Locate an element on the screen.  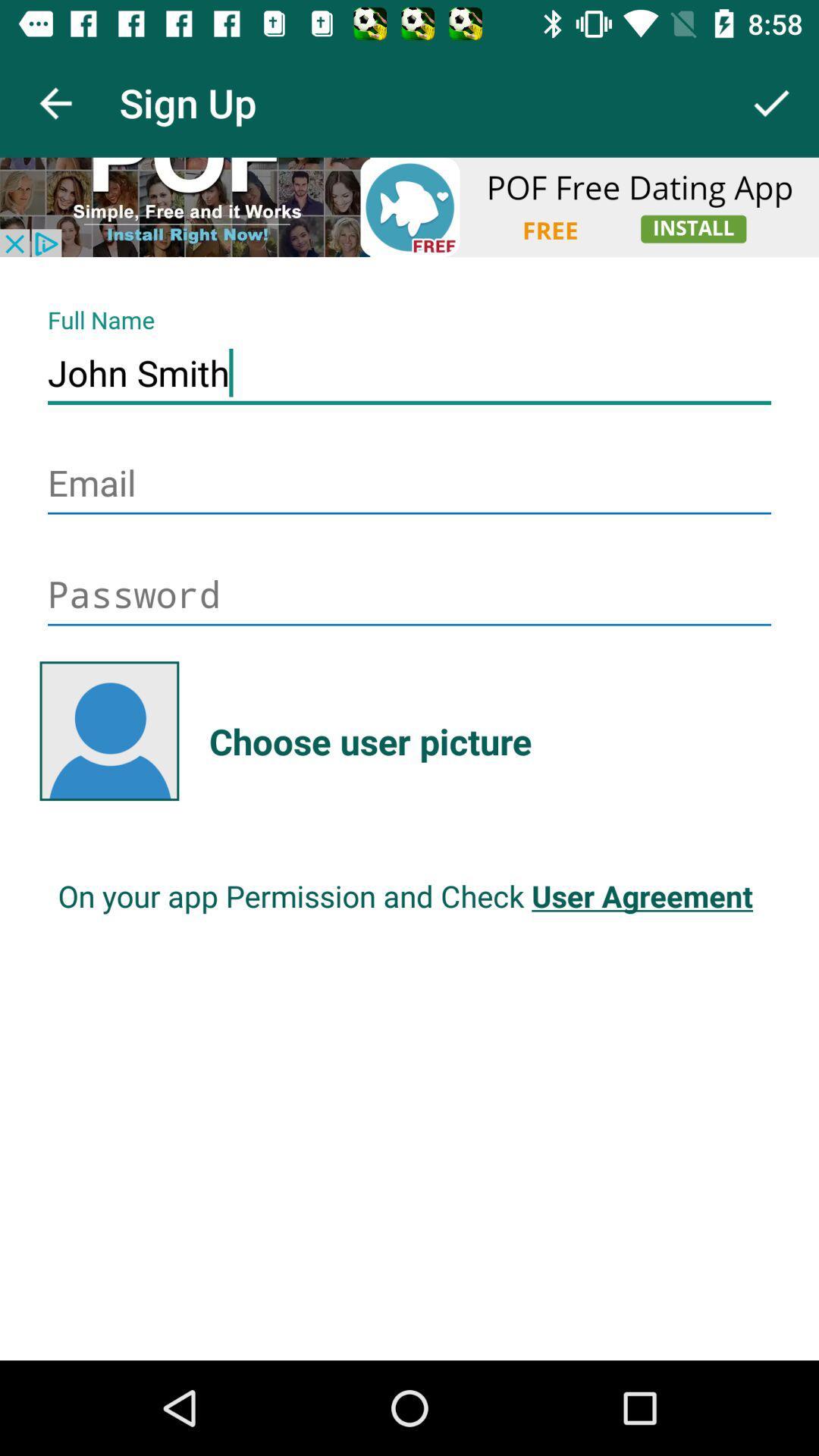
input information is located at coordinates (409, 484).